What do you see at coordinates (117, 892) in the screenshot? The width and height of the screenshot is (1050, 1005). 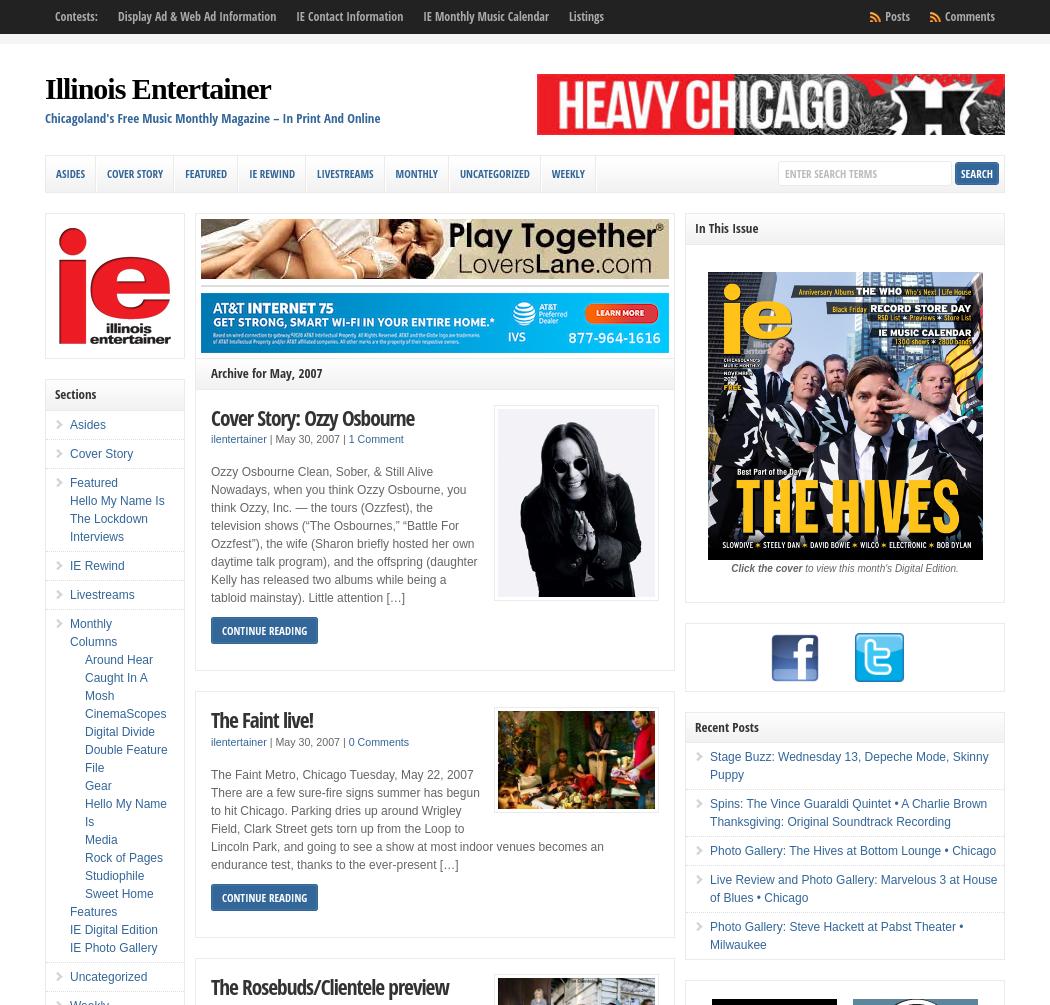 I see `'Sweet Home'` at bounding box center [117, 892].